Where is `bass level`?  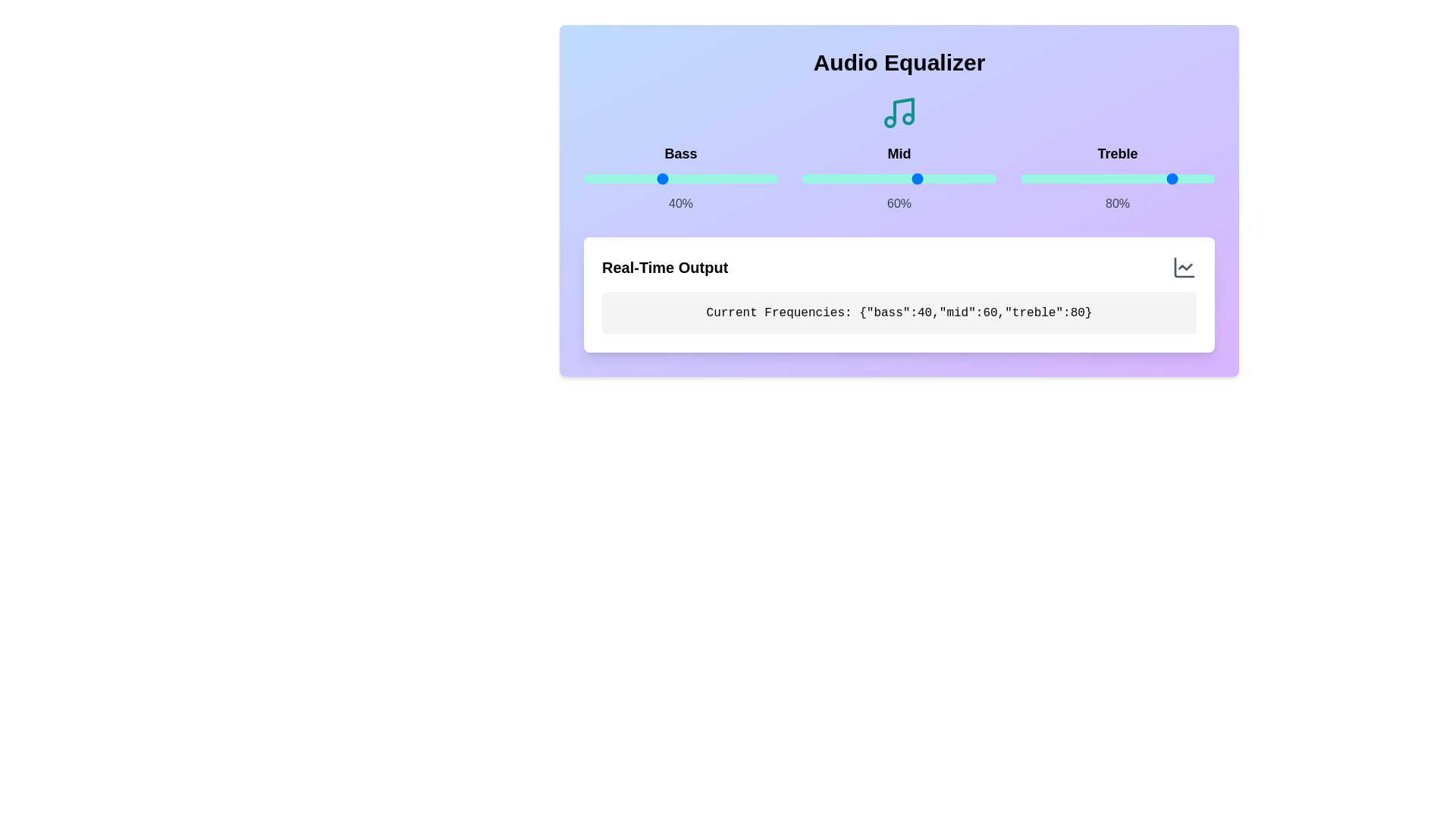
bass level is located at coordinates (746, 177).